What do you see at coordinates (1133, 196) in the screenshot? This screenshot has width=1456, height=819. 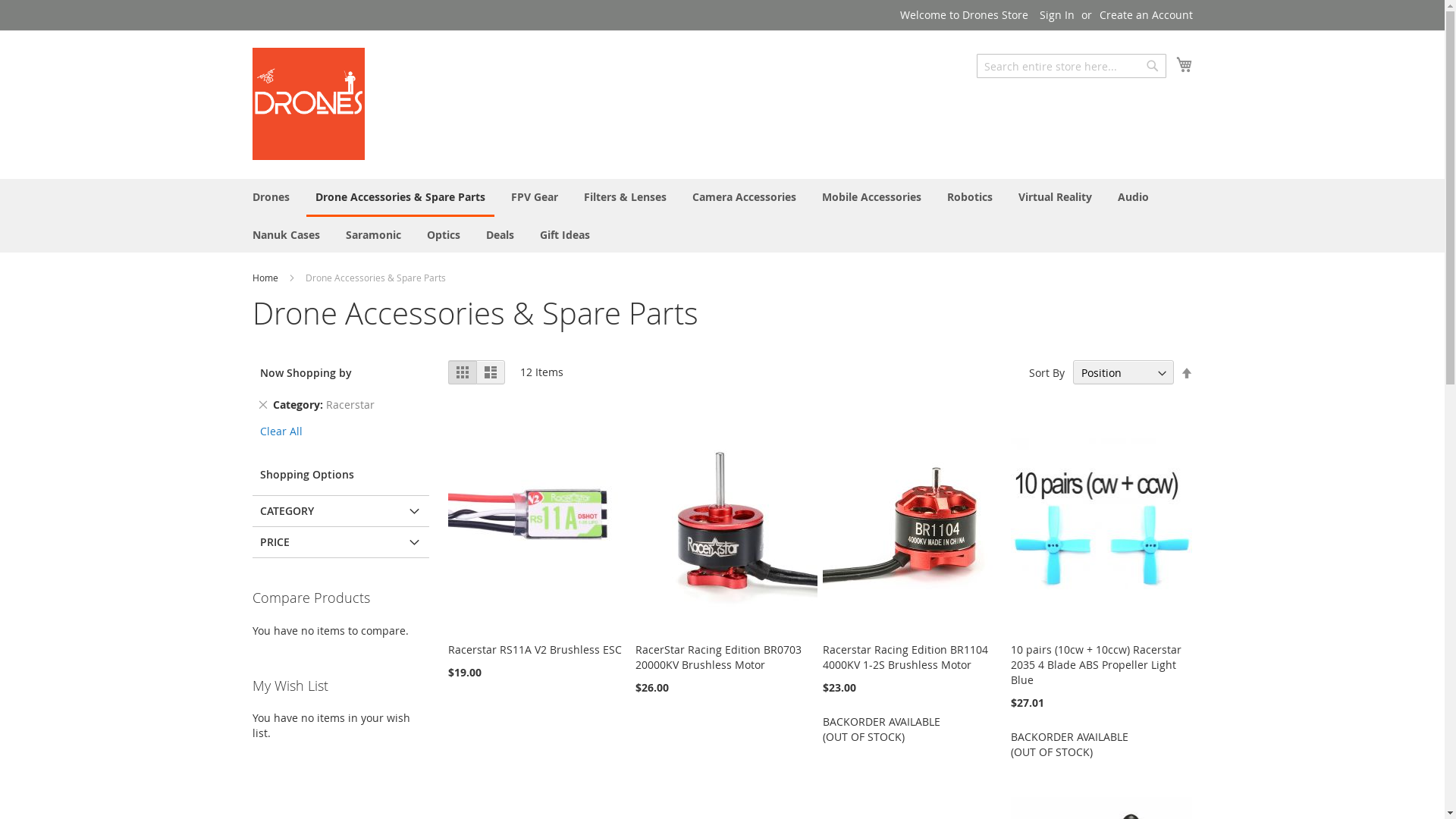 I see `'Audio'` at bounding box center [1133, 196].